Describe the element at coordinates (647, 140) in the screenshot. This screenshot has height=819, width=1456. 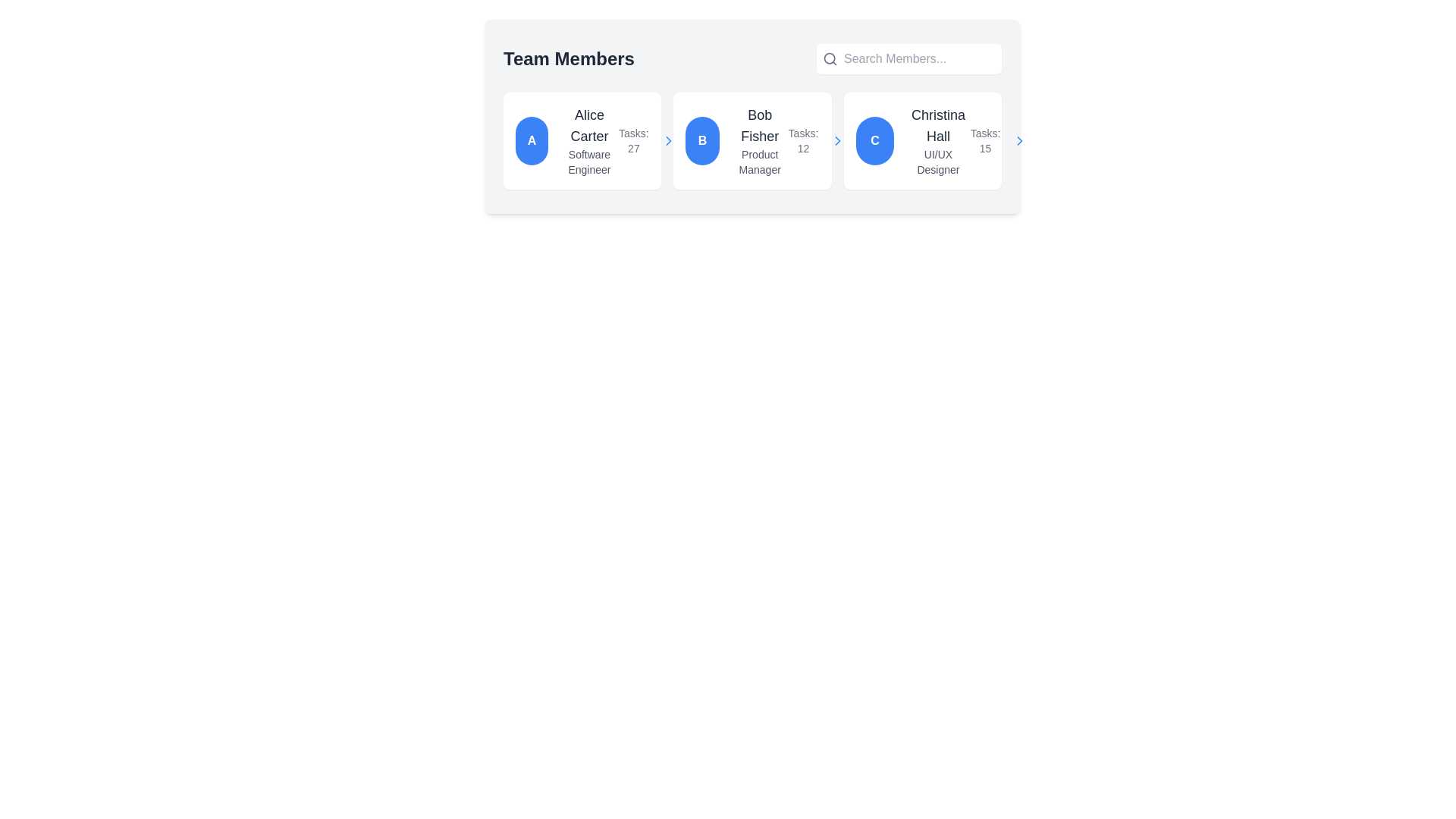
I see `the task number '27' displayed in the user card for 'Alice Carter'` at that location.